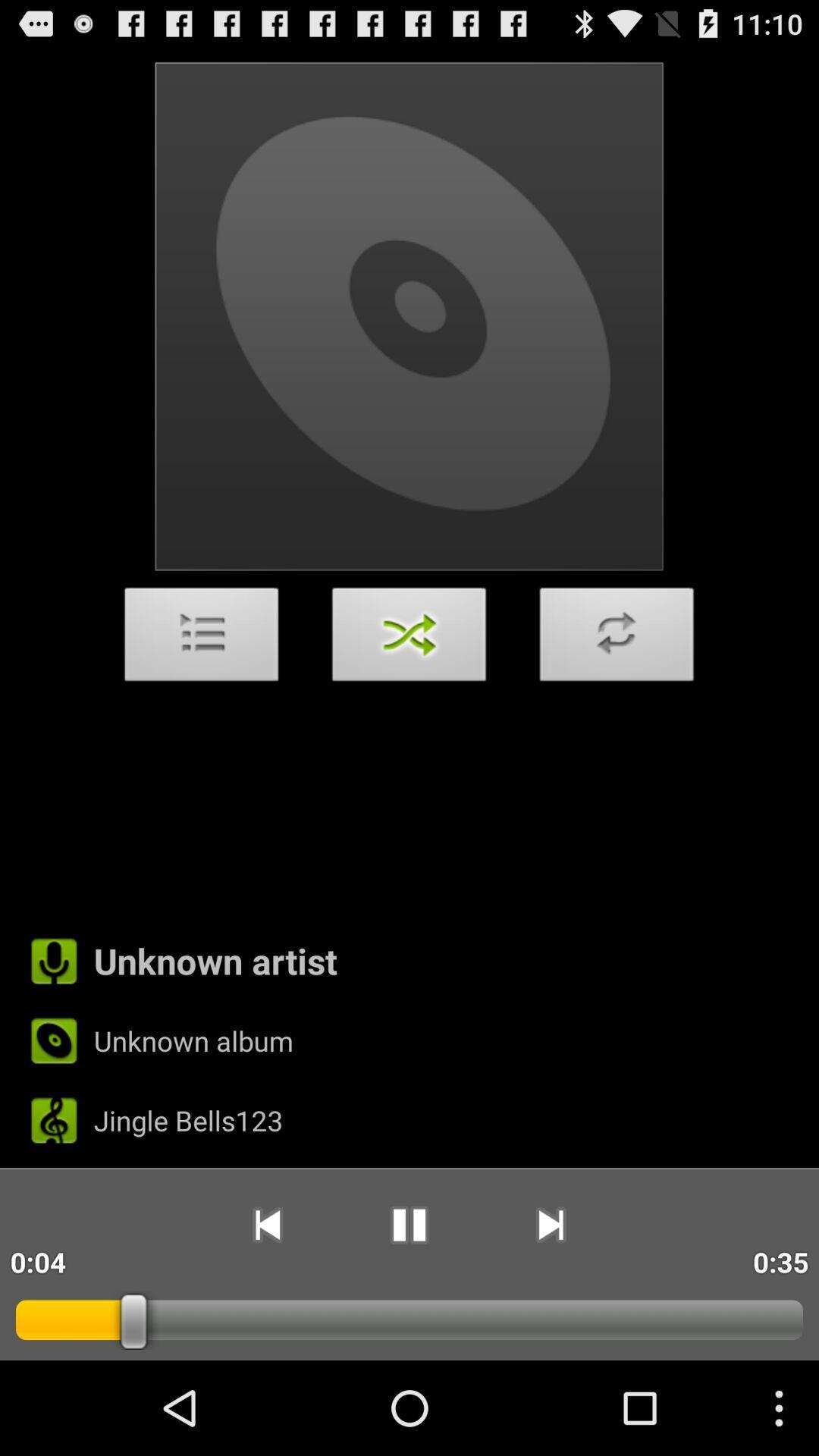 This screenshot has height=1456, width=819. Describe the element at coordinates (266, 1310) in the screenshot. I see `the skip_previous icon` at that location.